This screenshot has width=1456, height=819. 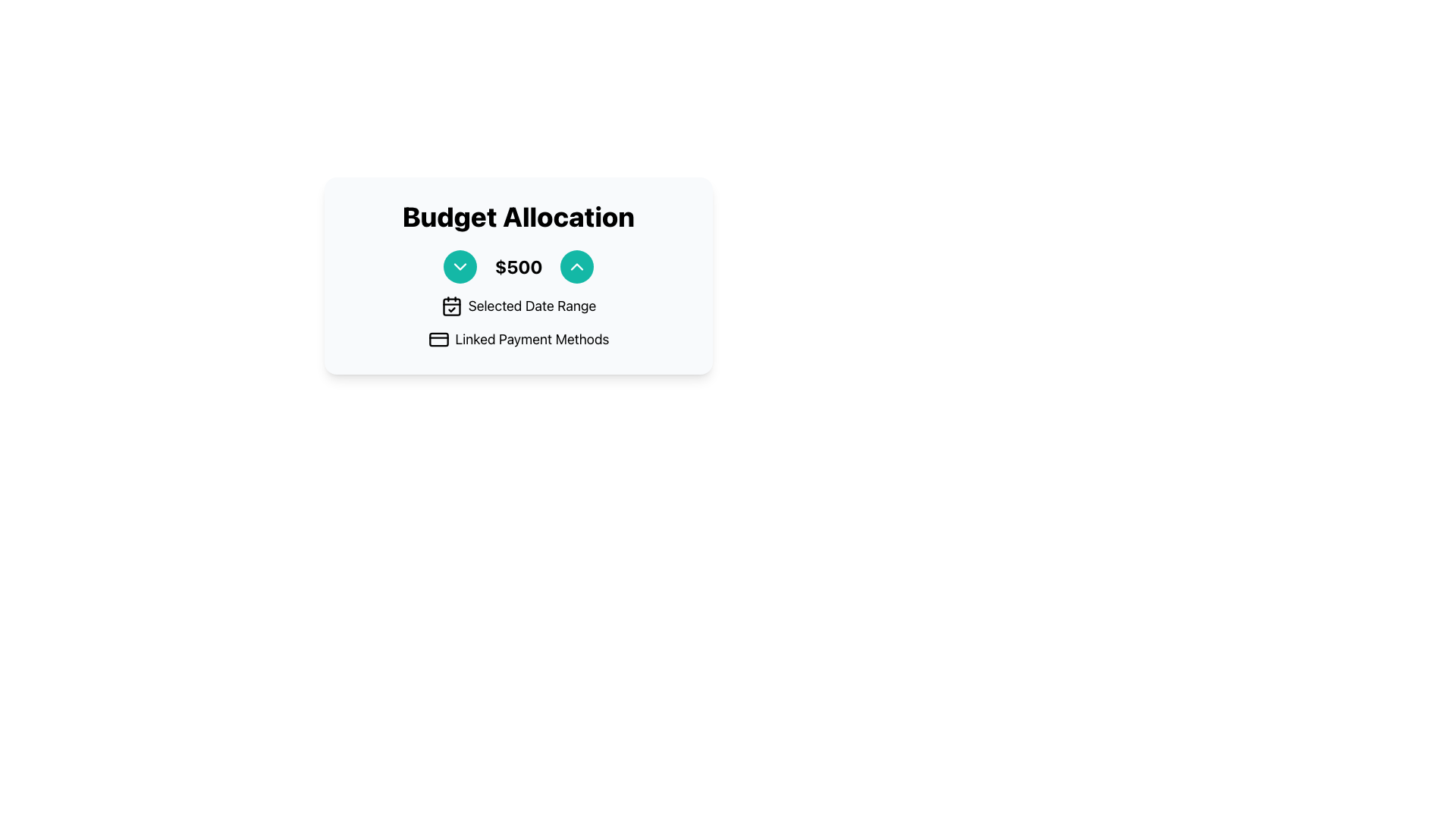 I want to click on the downward chevron button located to the left of the '$500' text, so click(x=459, y=265).